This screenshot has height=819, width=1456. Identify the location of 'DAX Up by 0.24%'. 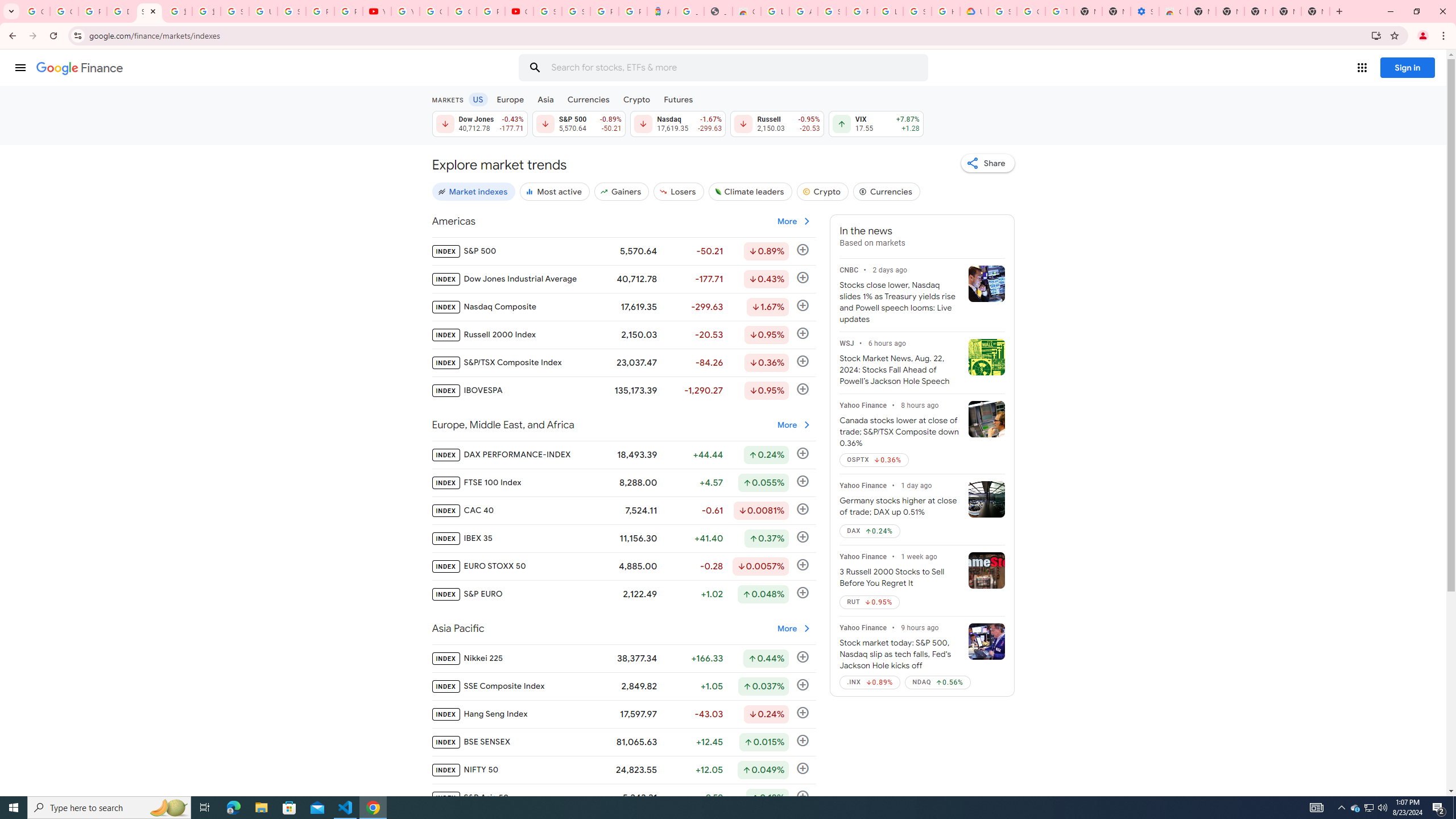
(869, 530).